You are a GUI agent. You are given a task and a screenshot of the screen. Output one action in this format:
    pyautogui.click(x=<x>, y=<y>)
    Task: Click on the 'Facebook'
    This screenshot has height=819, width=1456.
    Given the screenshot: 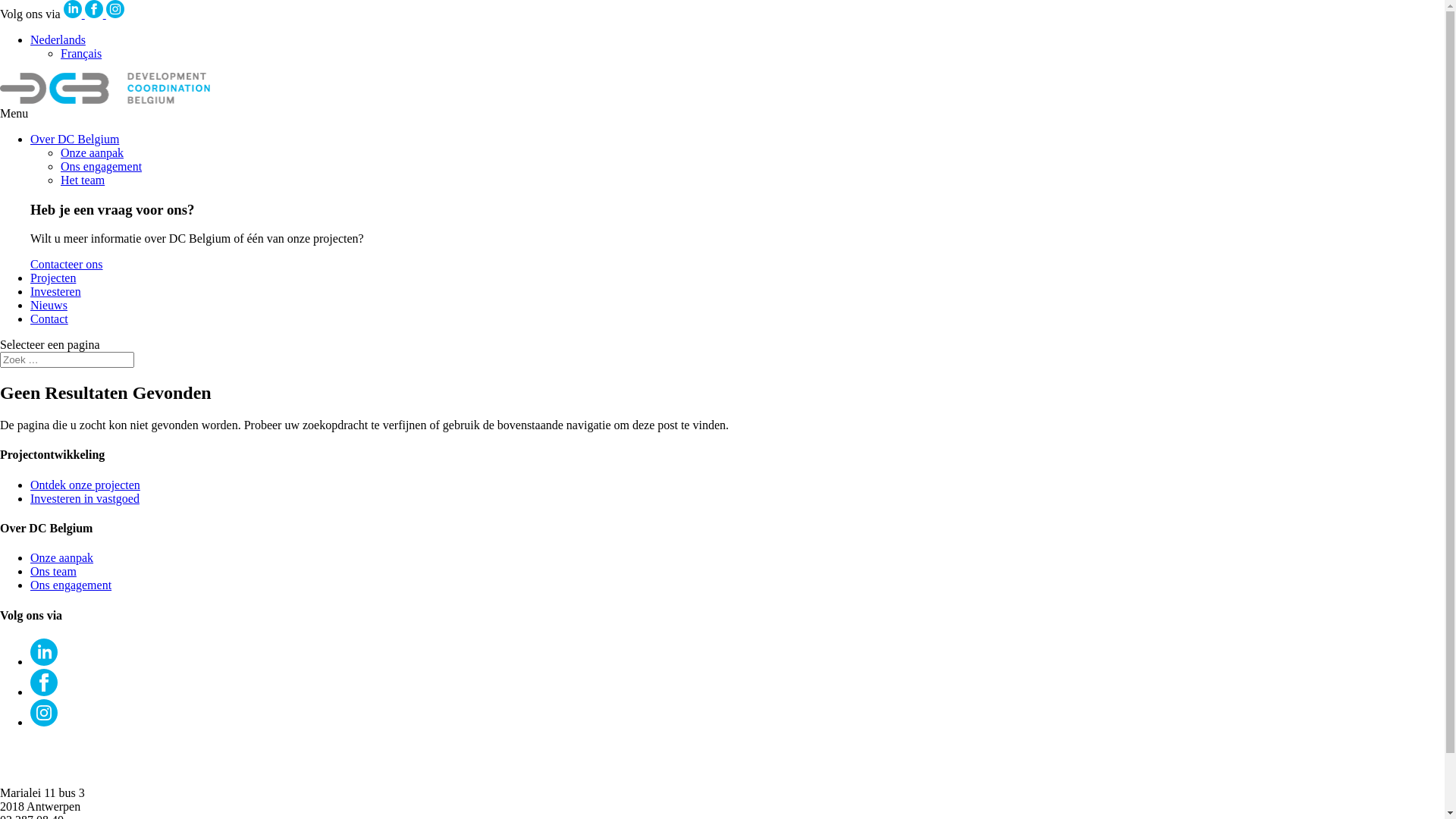 What is the action you would take?
    pyautogui.click(x=93, y=8)
    